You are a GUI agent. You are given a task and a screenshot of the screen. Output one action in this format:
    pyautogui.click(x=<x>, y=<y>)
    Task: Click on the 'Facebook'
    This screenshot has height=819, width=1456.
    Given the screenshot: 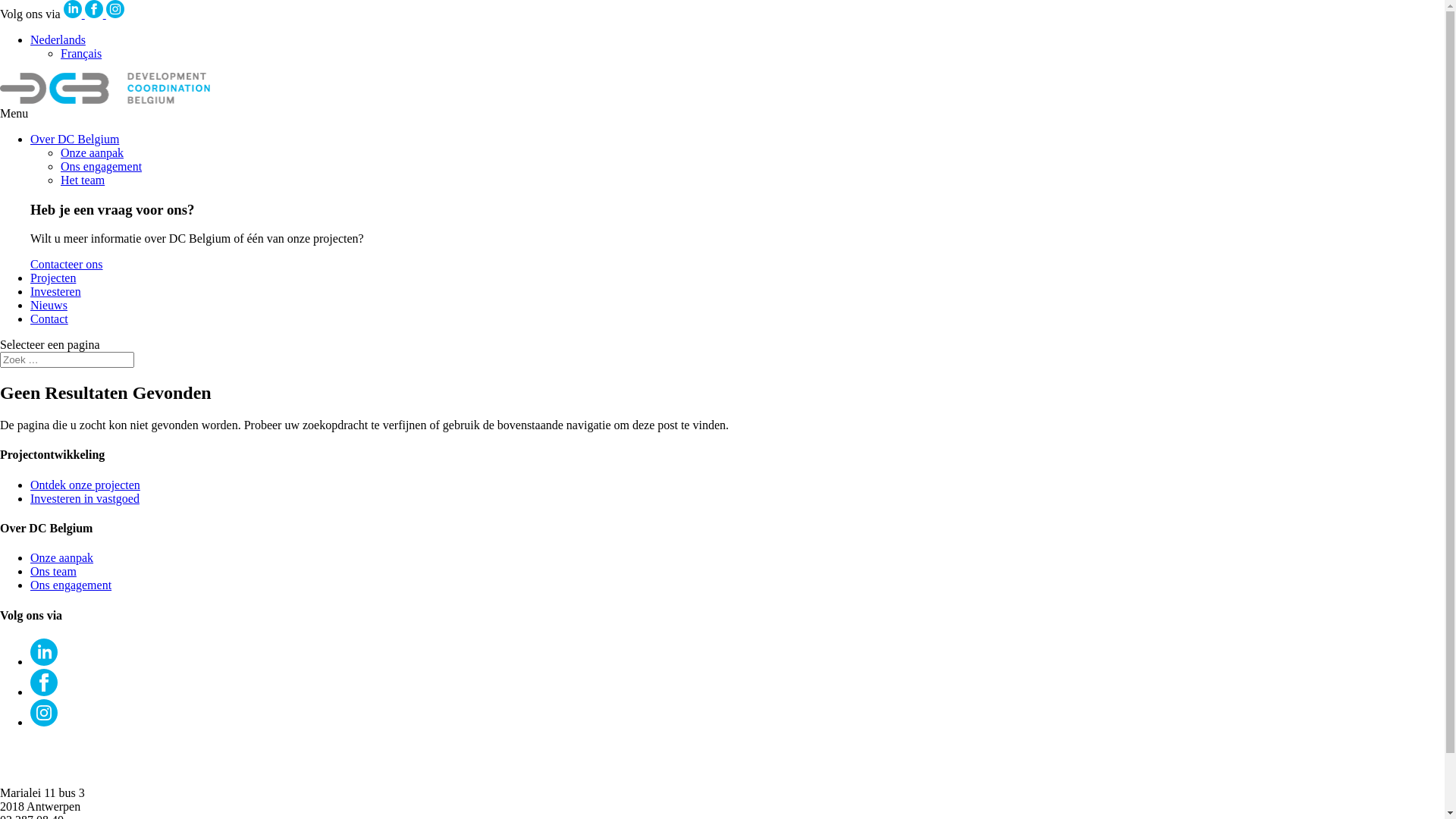 What is the action you would take?
    pyautogui.click(x=93, y=8)
    